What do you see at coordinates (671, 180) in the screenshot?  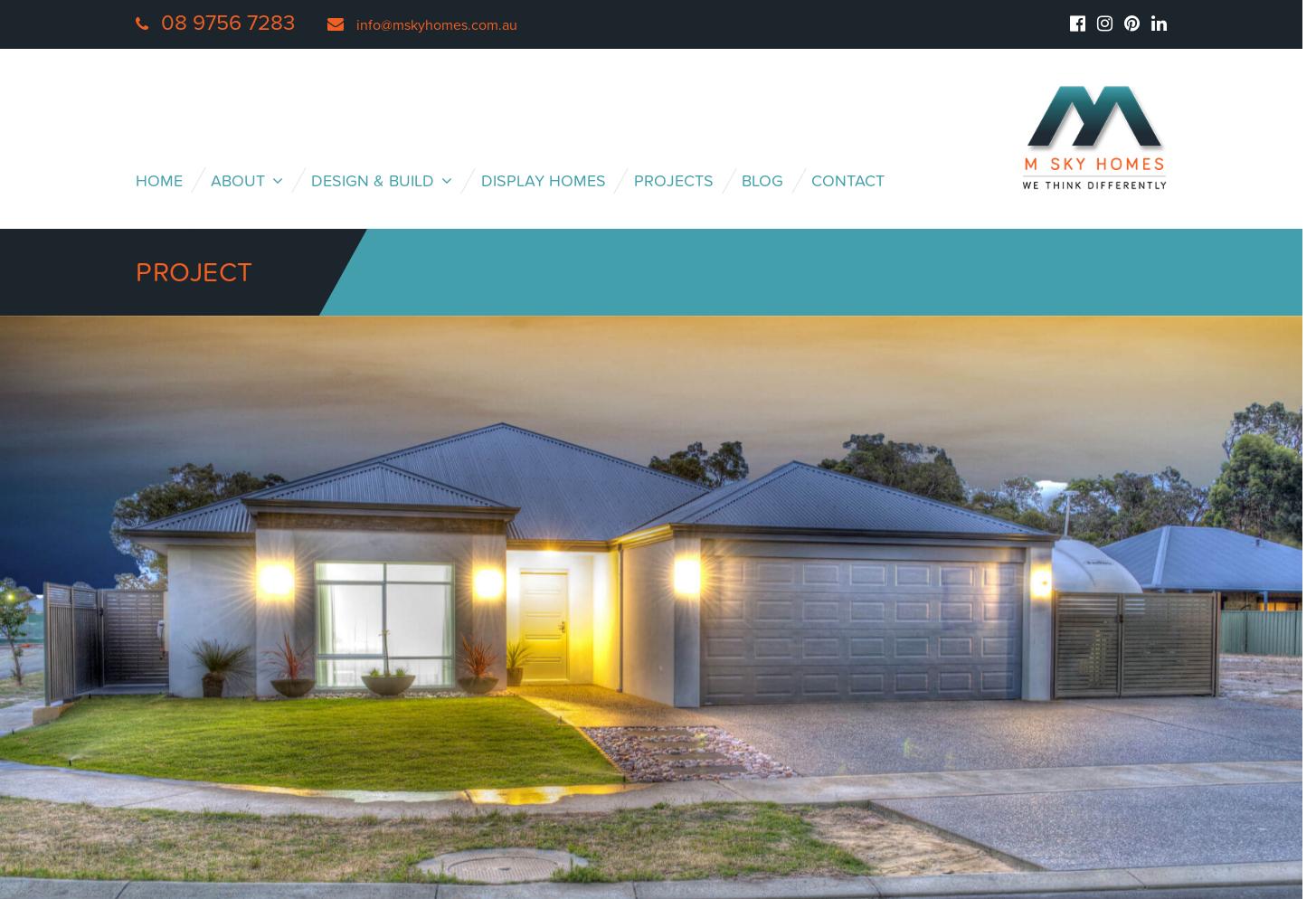 I see `'Projects'` at bounding box center [671, 180].